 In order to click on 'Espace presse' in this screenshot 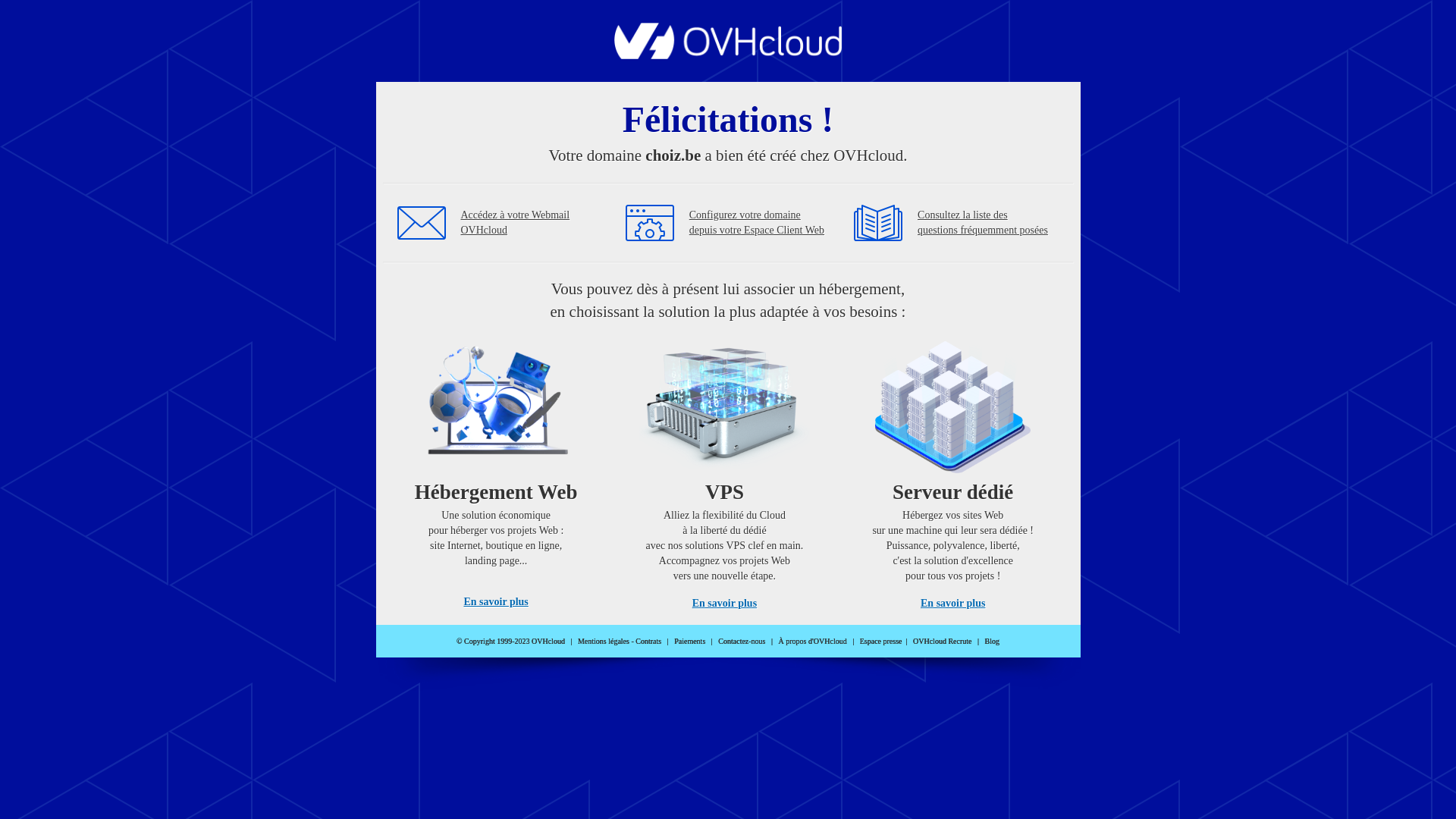, I will do `click(859, 641)`.